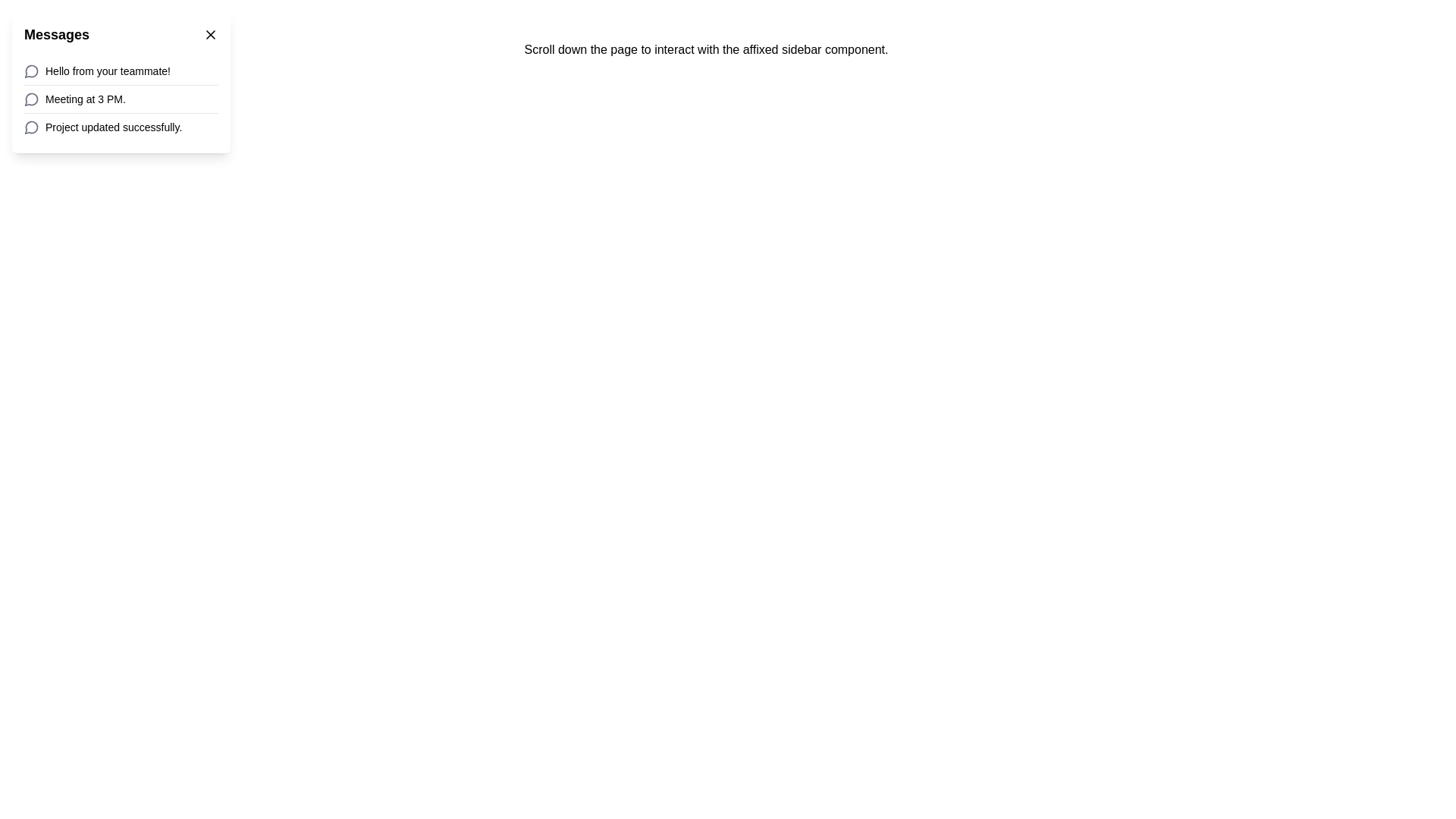 The image size is (1456, 819). Describe the element at coordinates (113, 127) in the screenshot. I see `the text label displaying 'Project updated successfully.' which is the third item in a list of messages in the sidebar, indicating a notification` at that location.